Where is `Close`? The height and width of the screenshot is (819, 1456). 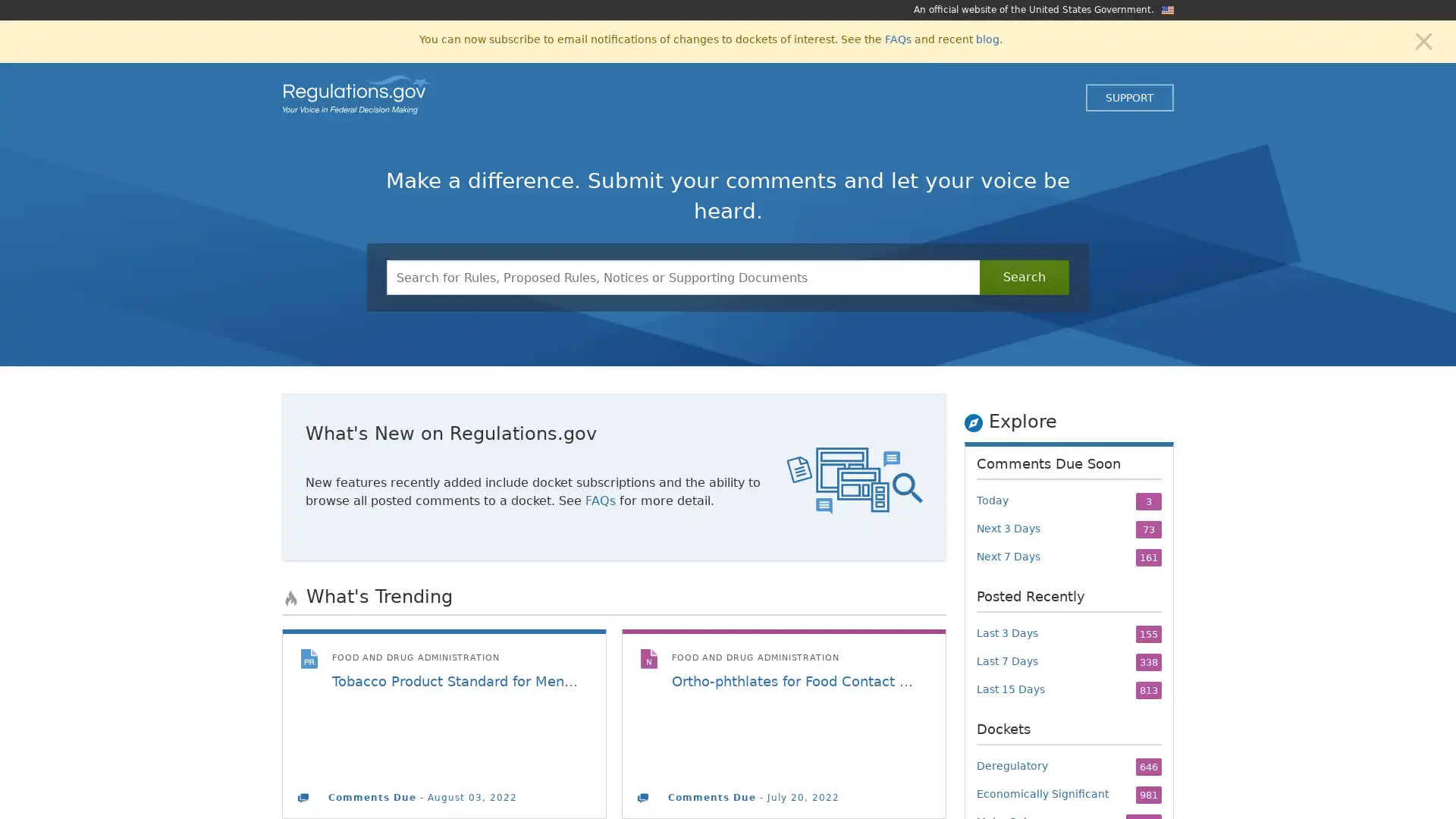
Close is located at coordinates (1423, 39).